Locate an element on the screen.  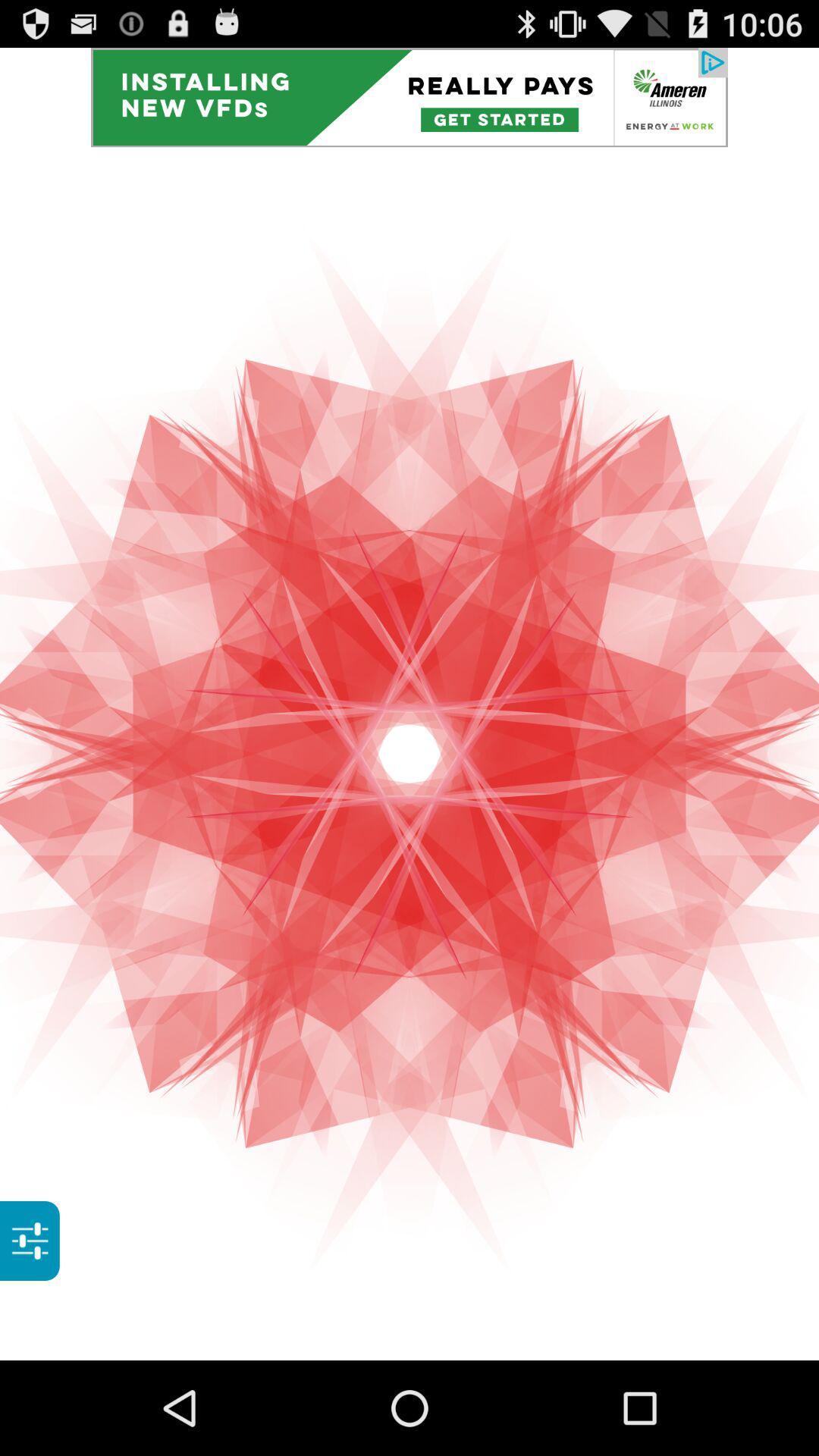
app advertisement is located at coordinates (409, 96).